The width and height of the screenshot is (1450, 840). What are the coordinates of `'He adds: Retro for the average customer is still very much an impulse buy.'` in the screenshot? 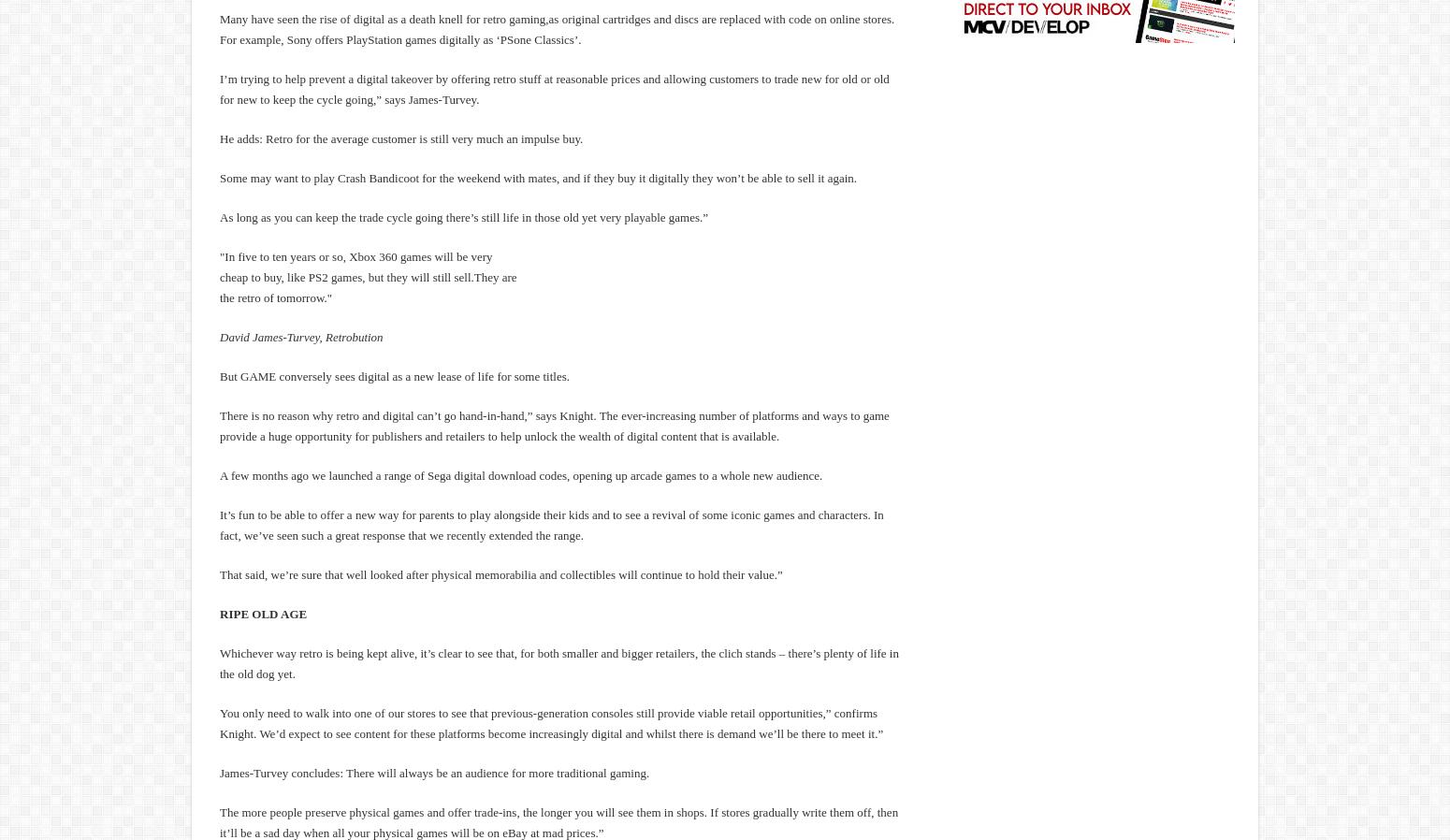 It's located at (219, 138).